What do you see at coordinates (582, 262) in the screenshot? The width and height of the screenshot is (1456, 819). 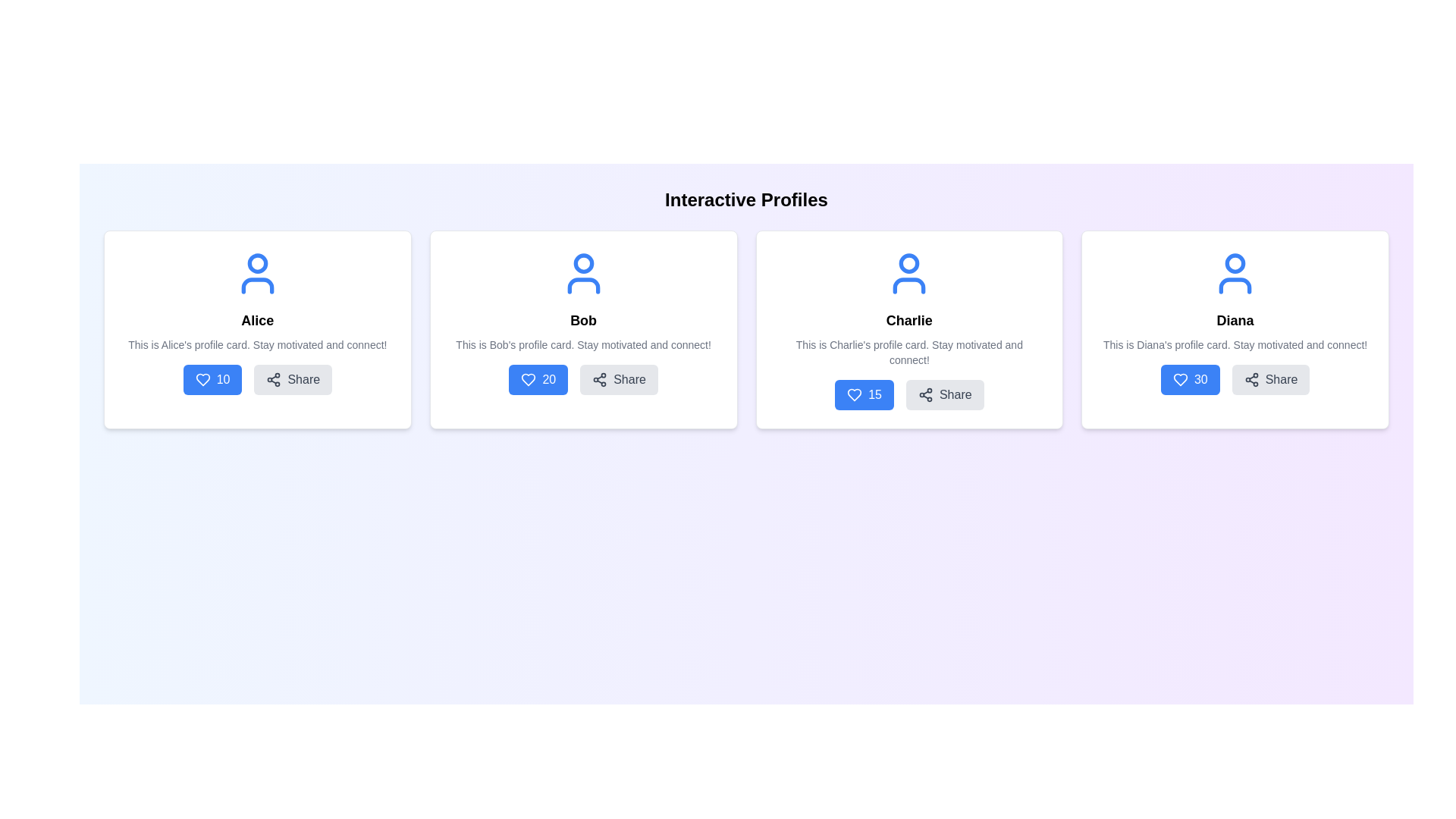 I see `the circular graphical element that represents the head or face of the user icon for Bob in the profile card` at bounding box center [582, 262].